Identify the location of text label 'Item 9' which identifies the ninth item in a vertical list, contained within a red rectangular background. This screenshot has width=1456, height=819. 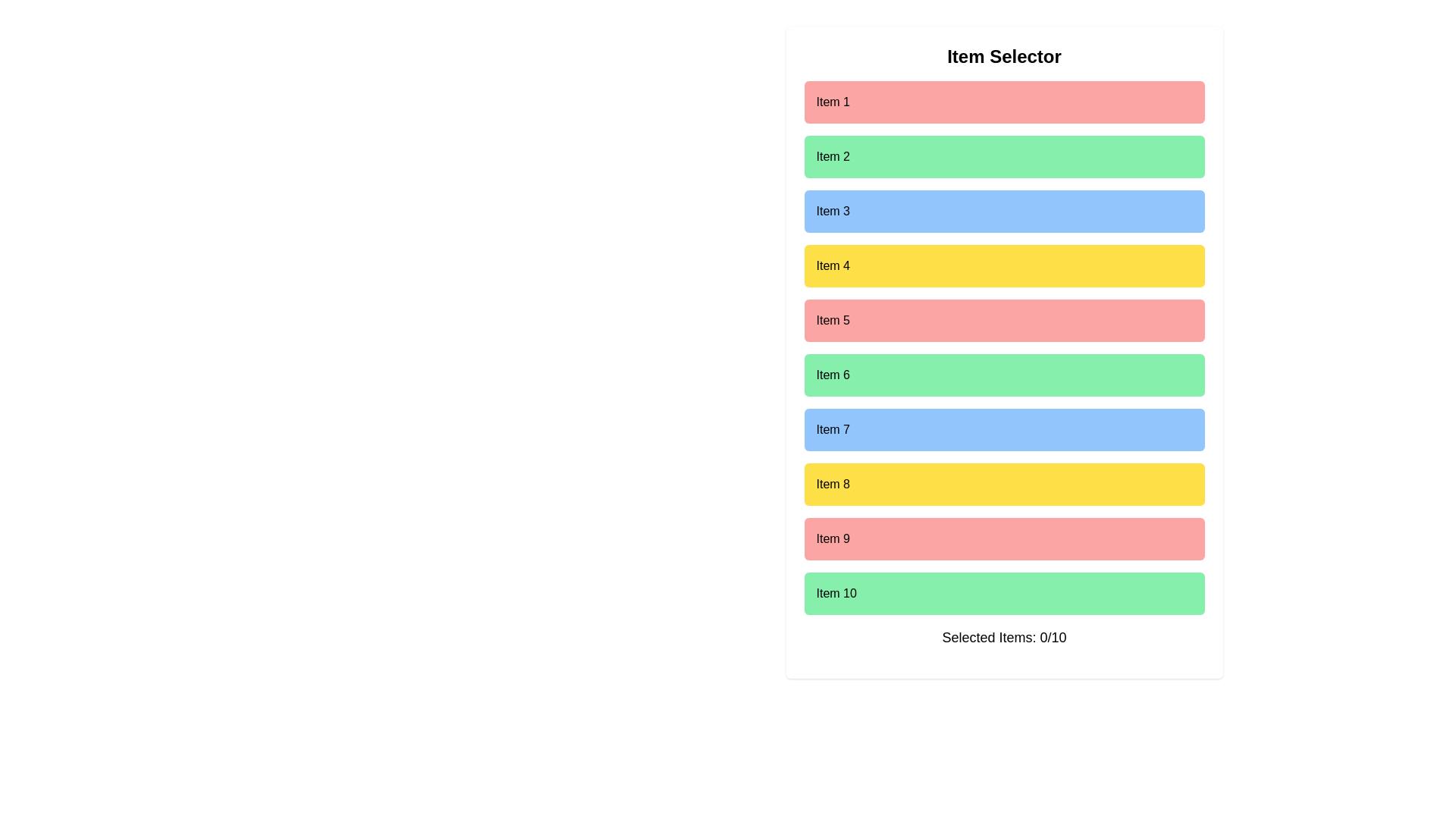
(832, 538).